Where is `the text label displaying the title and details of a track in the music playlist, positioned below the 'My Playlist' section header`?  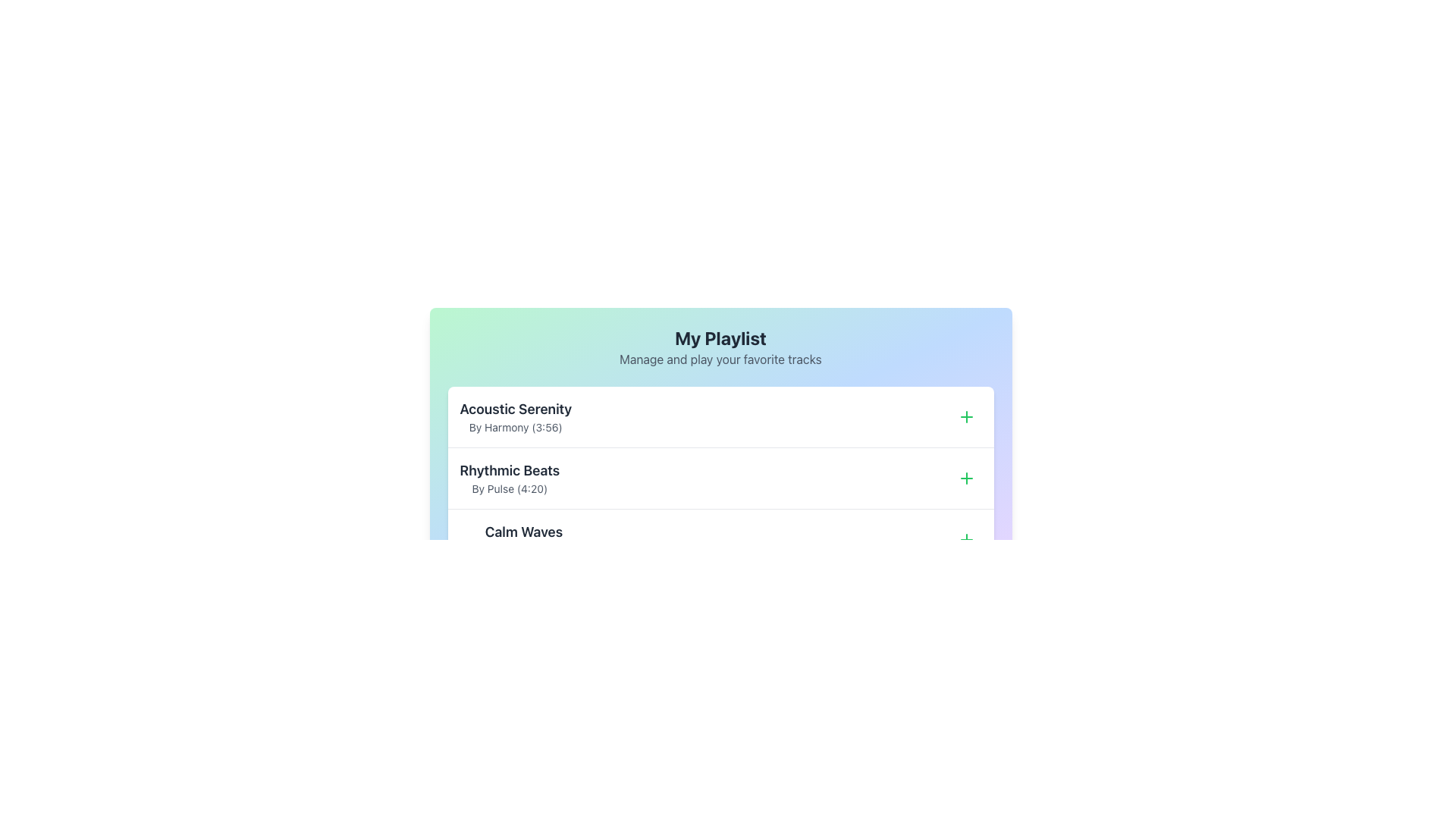
the text label displaying the title and details of a track in the music playlist, positioned below the 'My Playlist' section header is located at coordinates (516, 417).